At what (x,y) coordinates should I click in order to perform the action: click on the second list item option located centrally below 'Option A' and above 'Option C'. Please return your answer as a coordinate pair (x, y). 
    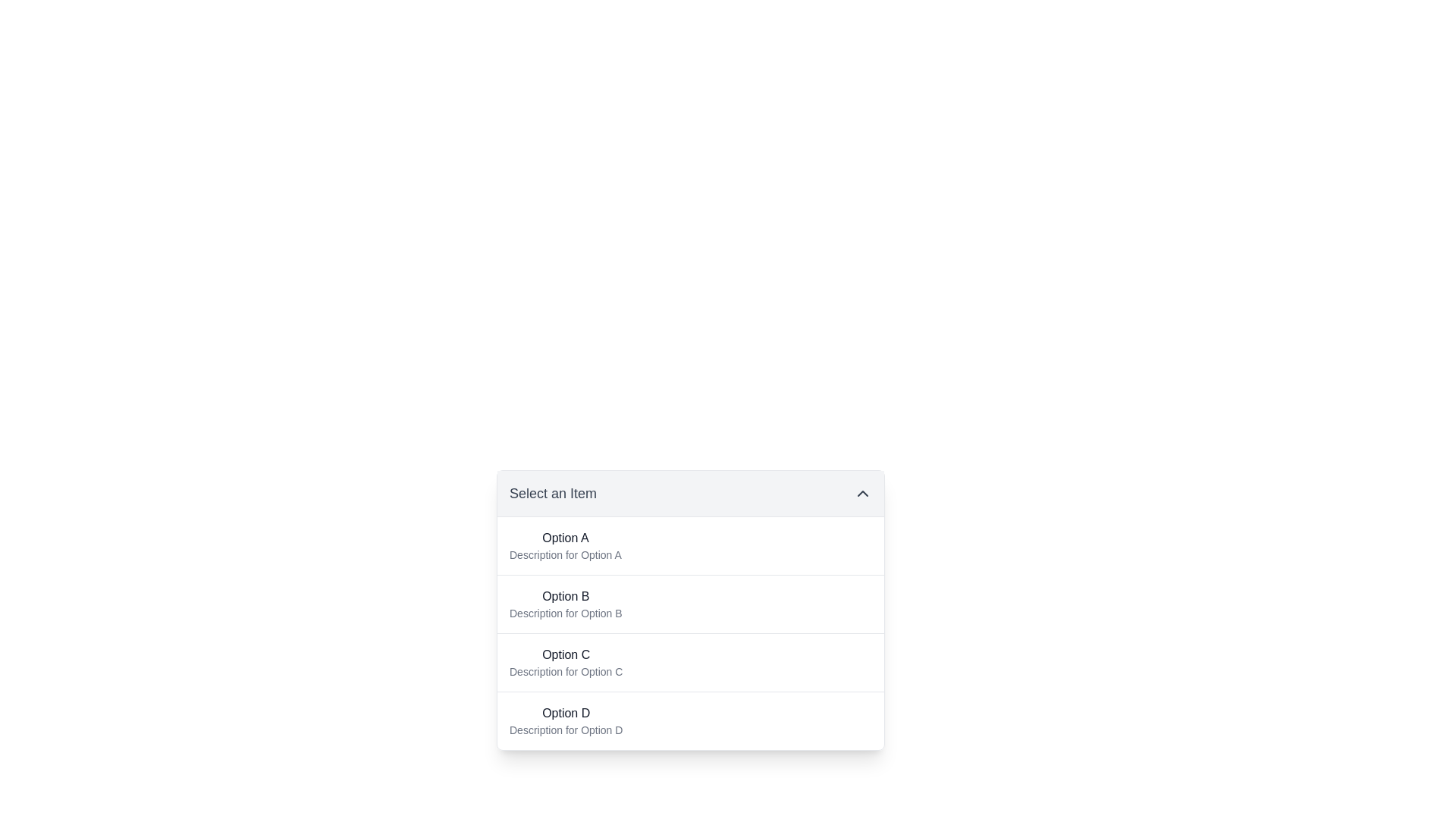
    Looking at the image, I should click on (565, 604).